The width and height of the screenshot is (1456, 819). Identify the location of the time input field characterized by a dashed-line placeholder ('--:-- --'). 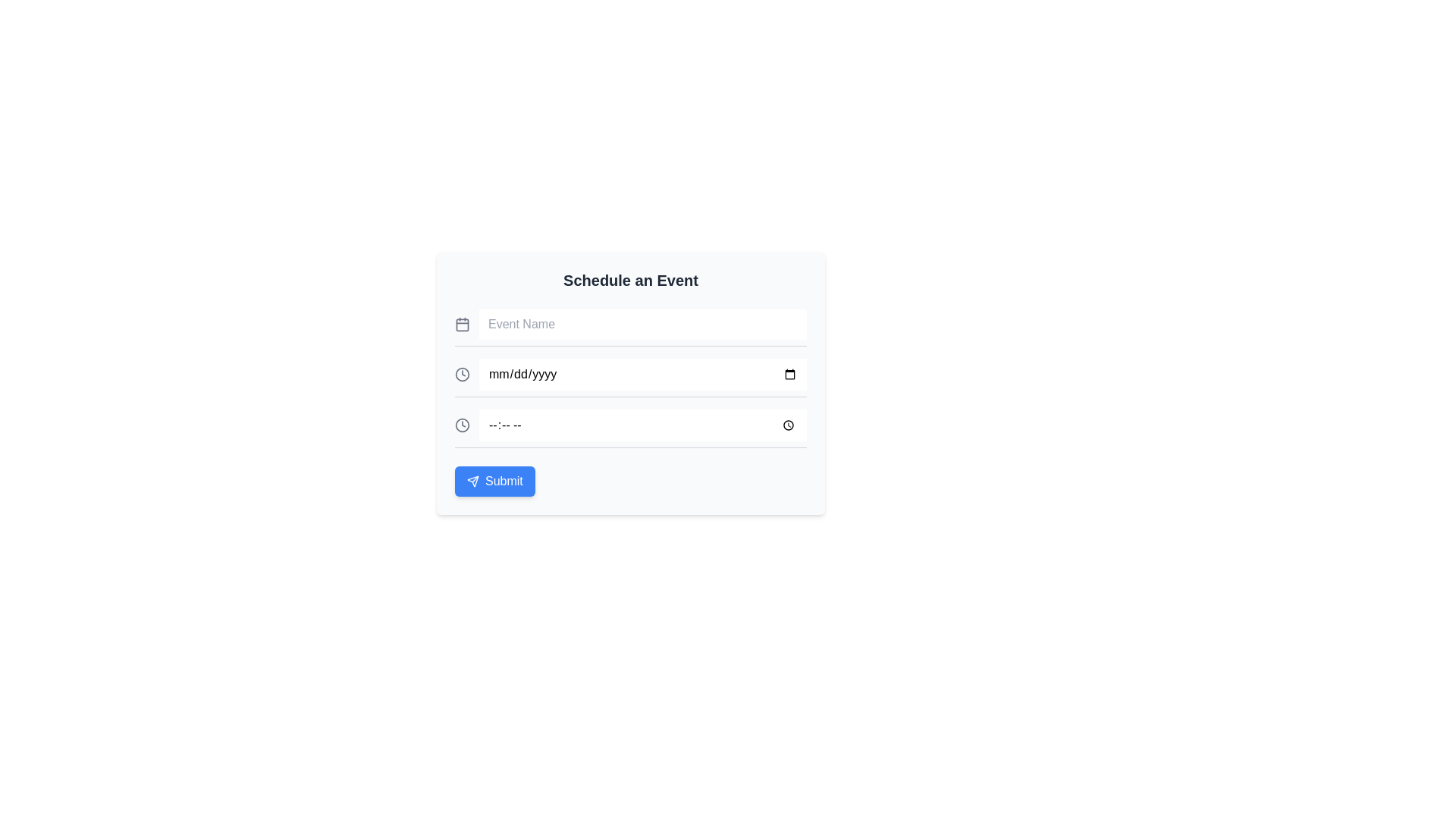
(643, 425).